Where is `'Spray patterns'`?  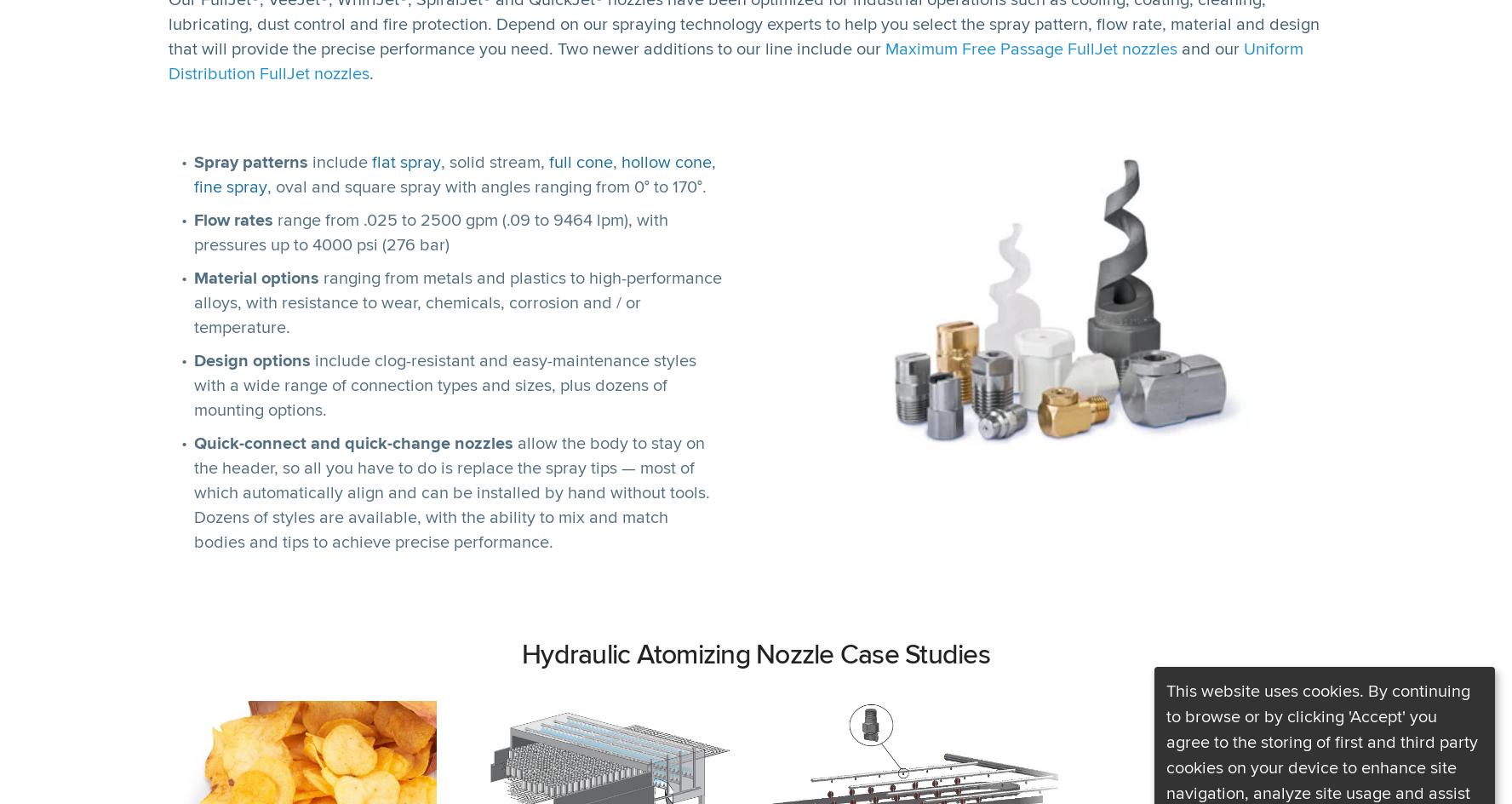
'Spray patterns' is located at coordinates (250, 161).